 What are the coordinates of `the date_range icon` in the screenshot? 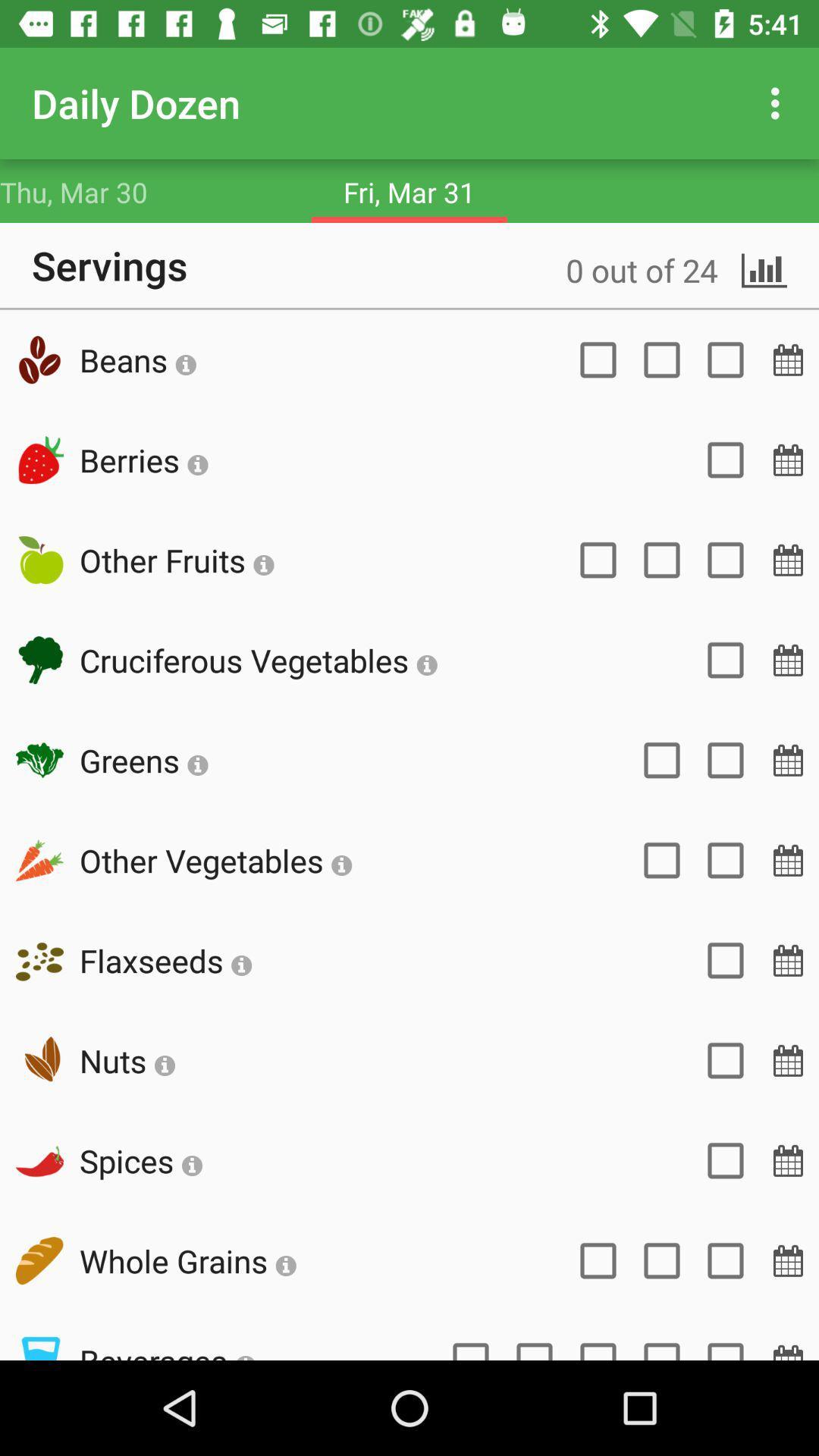 It's located at (787, 1159).